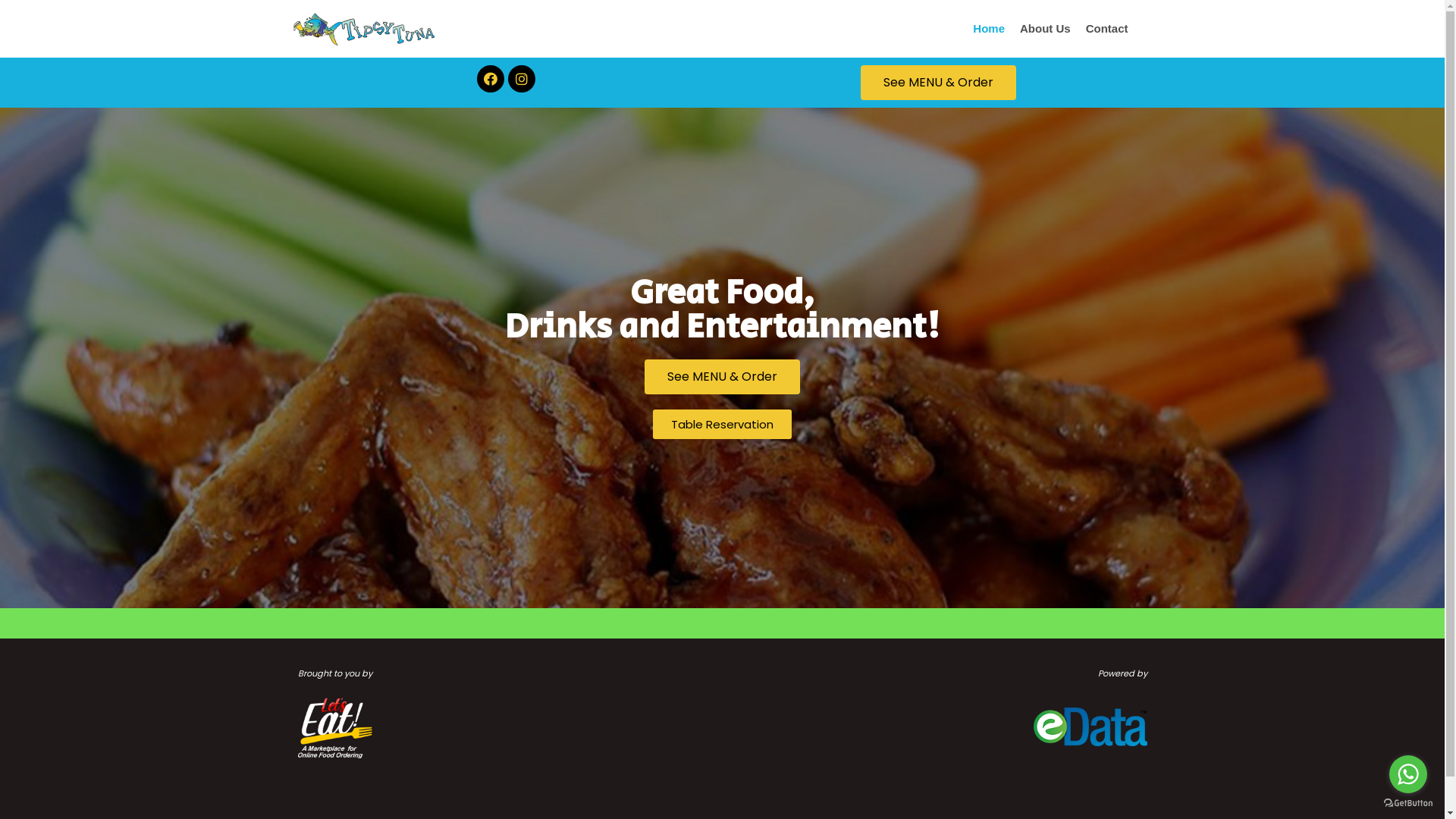  What do you see at coordinates (14, 32) in the screenshot?
I see `'Skip to content'` at bounding box center [14, 32].